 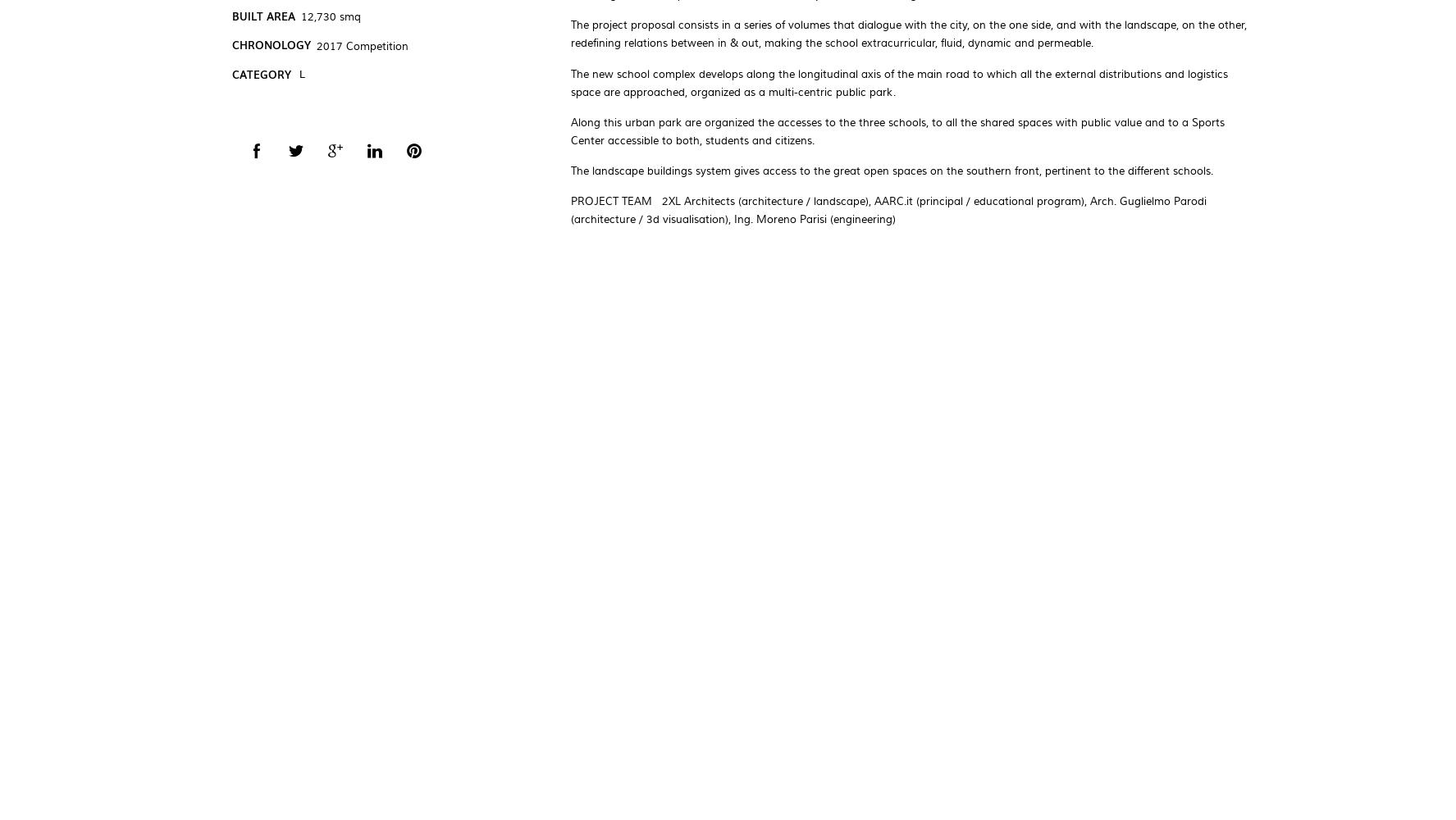 I want to click on 'The new school complex develops along the longitudinal axis of the main road to which all the external distributions and logistics space are approached, organized as a multi-centric public park.', so click(x=898, y=82).